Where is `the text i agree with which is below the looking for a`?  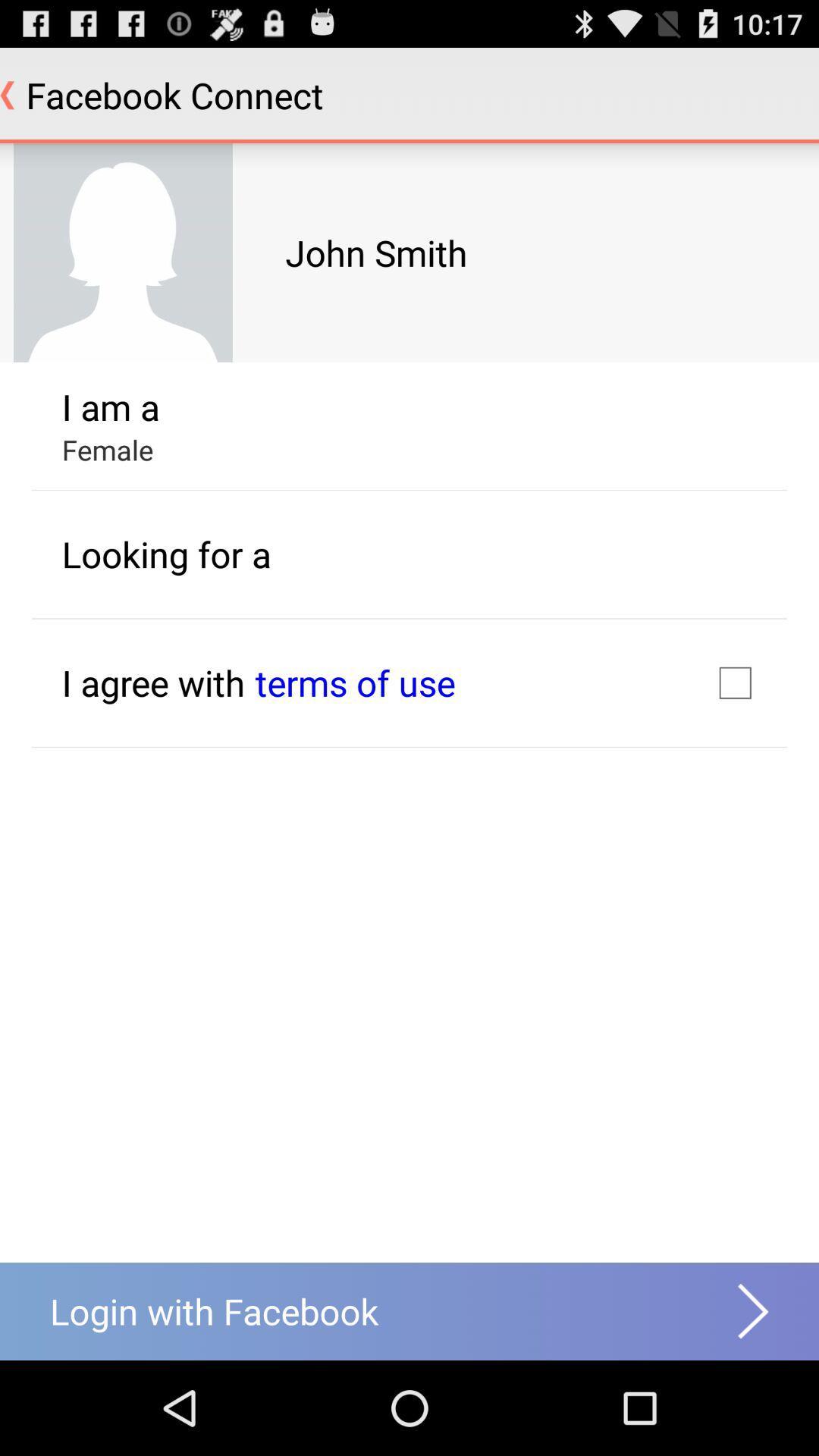 the text i agree with which is below the looking for a is located at coordinates (153, 682).